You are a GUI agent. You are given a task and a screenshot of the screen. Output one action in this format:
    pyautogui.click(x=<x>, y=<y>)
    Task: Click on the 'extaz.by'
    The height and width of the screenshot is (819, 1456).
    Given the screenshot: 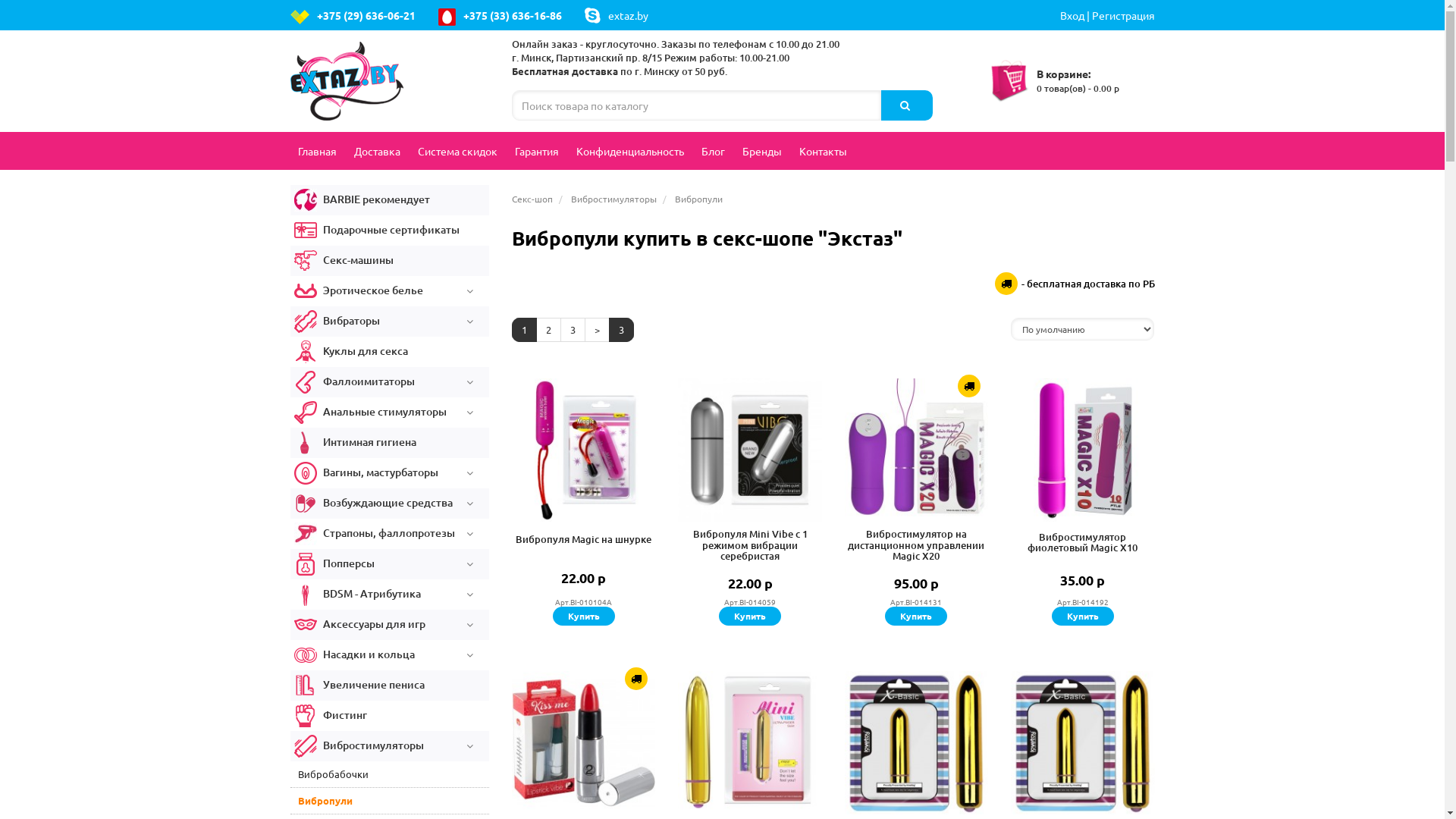 What is the action you would take?
    pyautogui.click(x=582, y=14)
    